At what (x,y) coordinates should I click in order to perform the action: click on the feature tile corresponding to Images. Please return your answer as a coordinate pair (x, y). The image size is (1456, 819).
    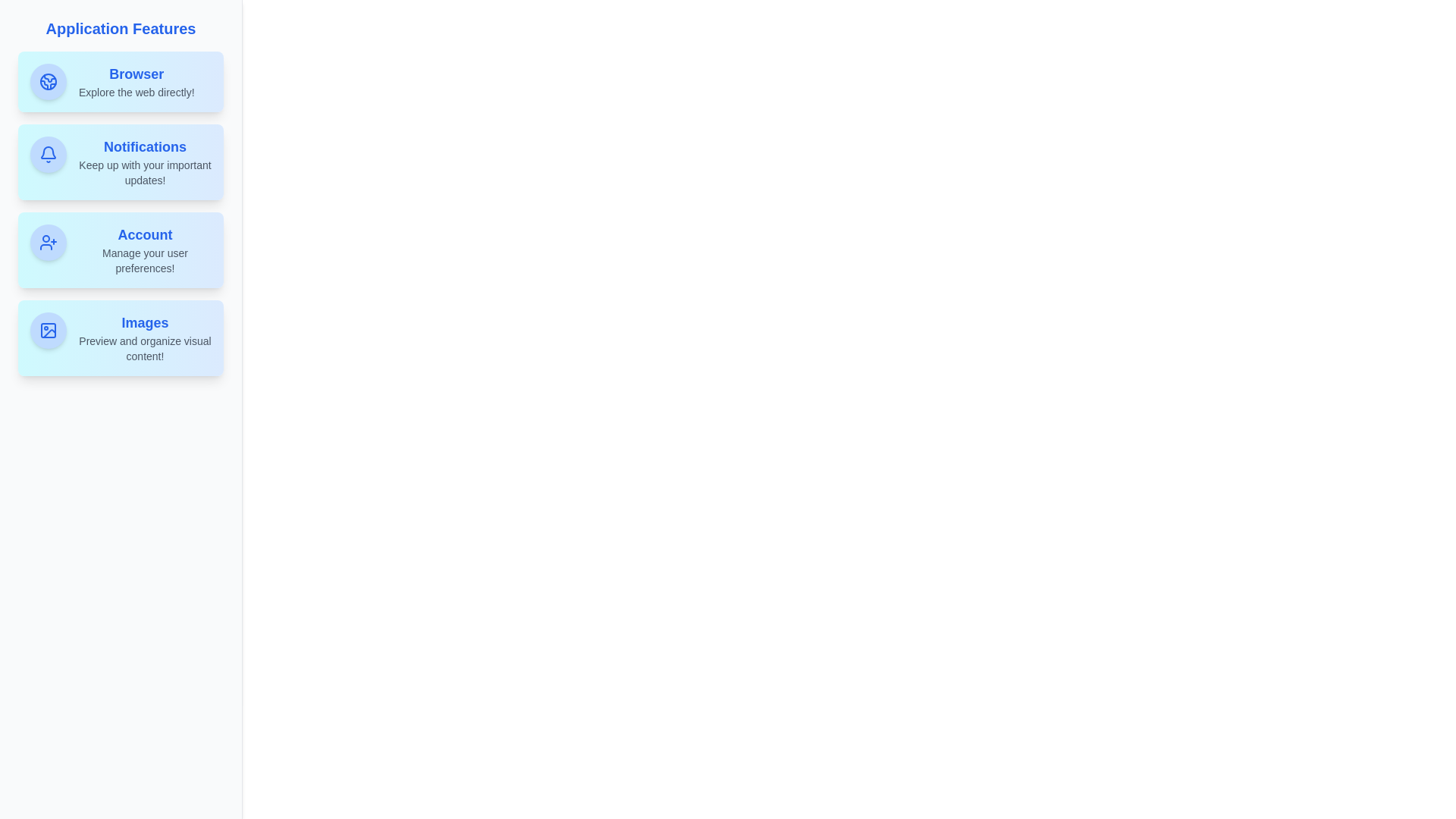
    Looking at the image, I should click on (120, 337).